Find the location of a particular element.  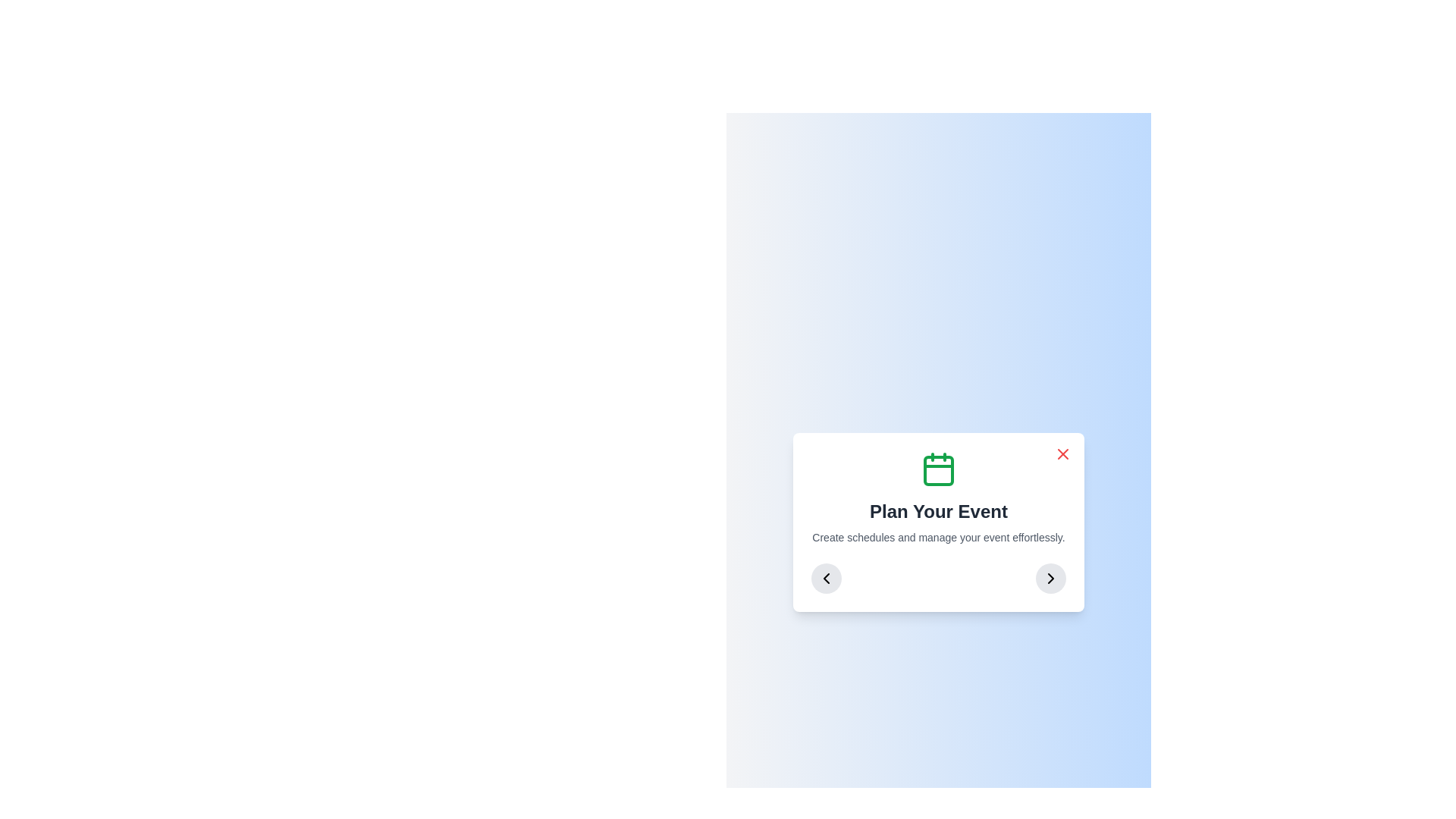

the green calendar icon, which is centrally positioned above the 'Plan Your Event' text within the card interface is located at coordinates (938, 468).